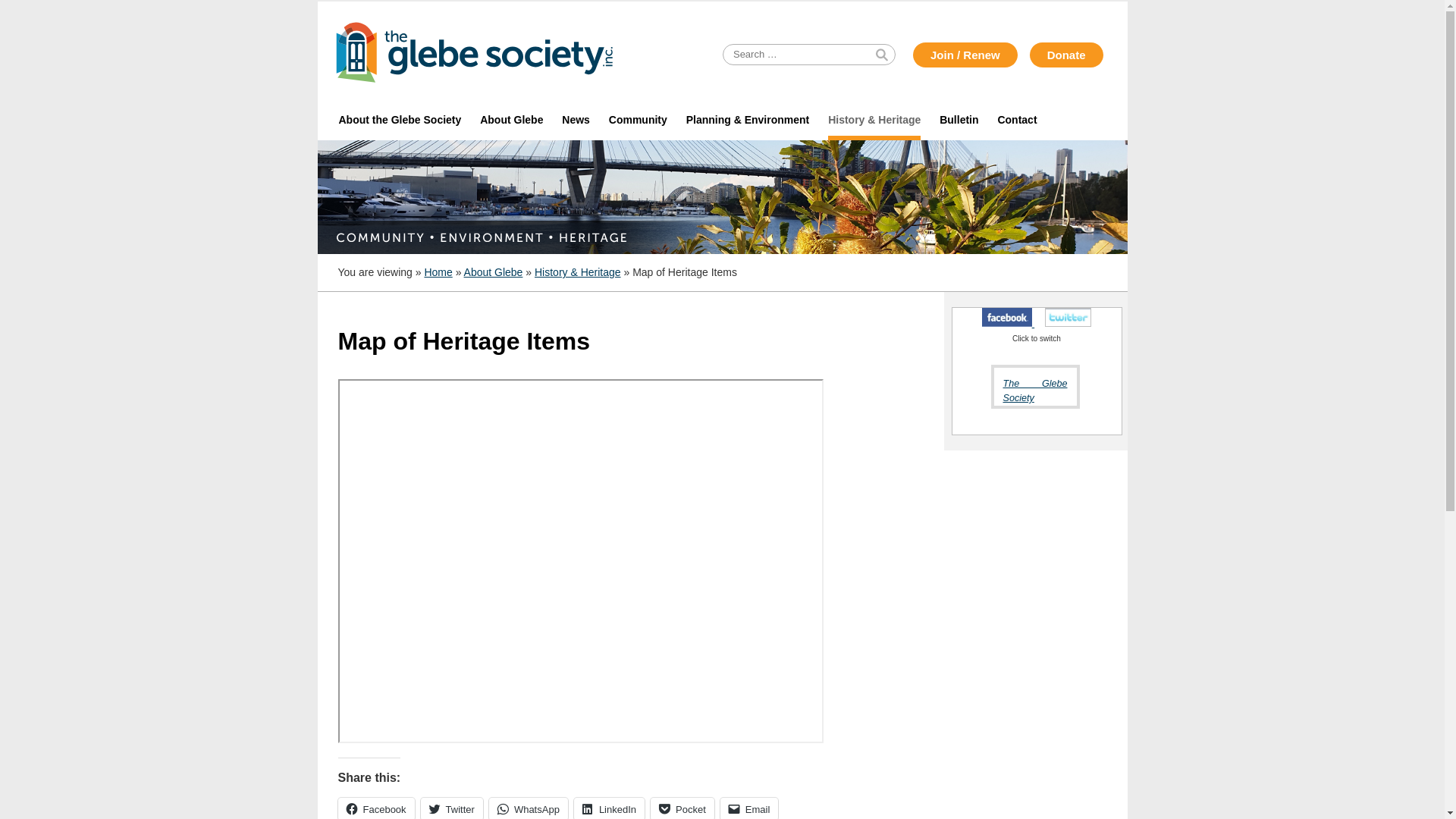 The height and width of the screenshot is (819, 1456). I want to click on 'About Glebe', so click(494, 271).